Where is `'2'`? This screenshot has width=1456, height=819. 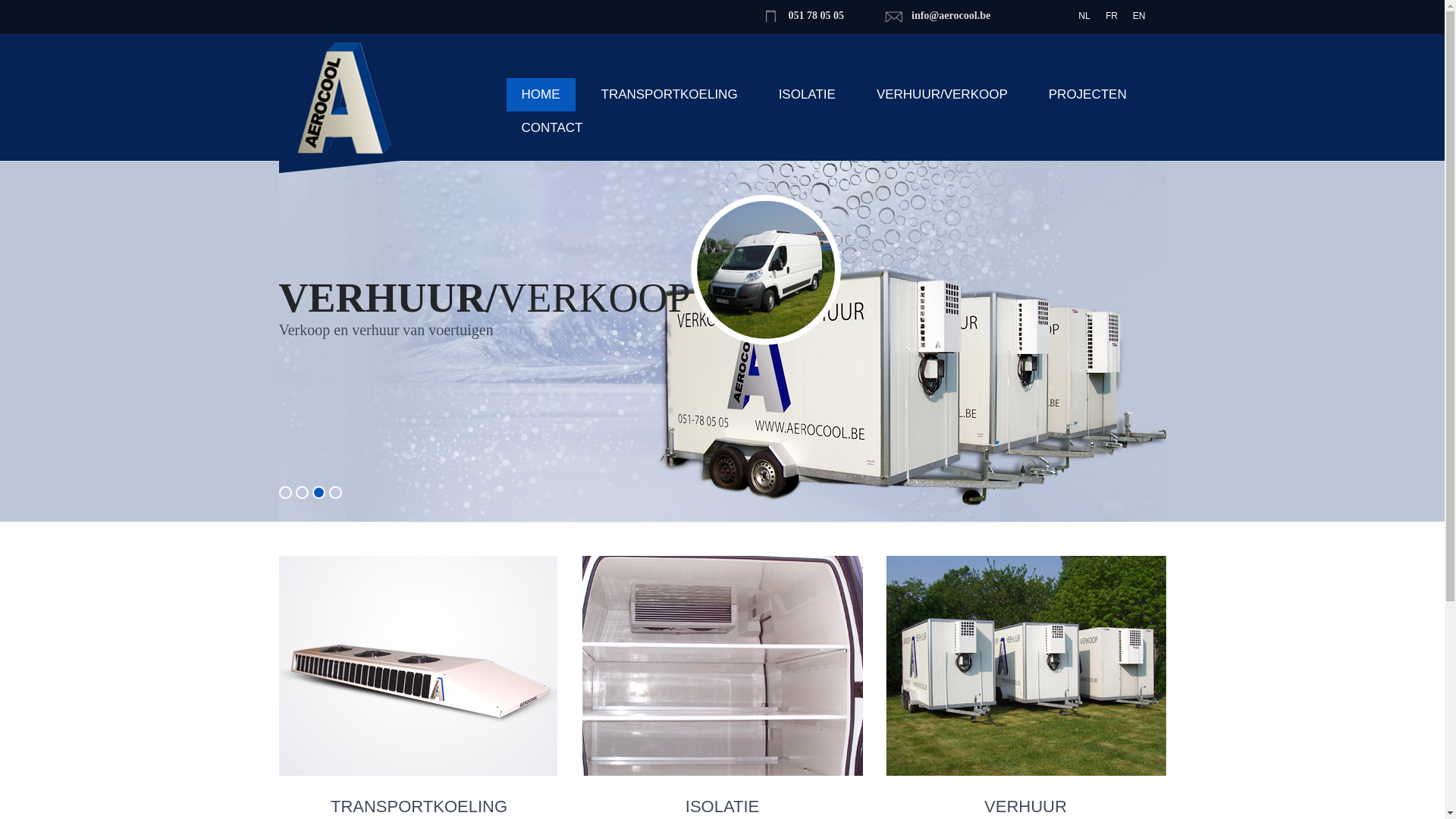 '2' is located at coordinates (302, 492).